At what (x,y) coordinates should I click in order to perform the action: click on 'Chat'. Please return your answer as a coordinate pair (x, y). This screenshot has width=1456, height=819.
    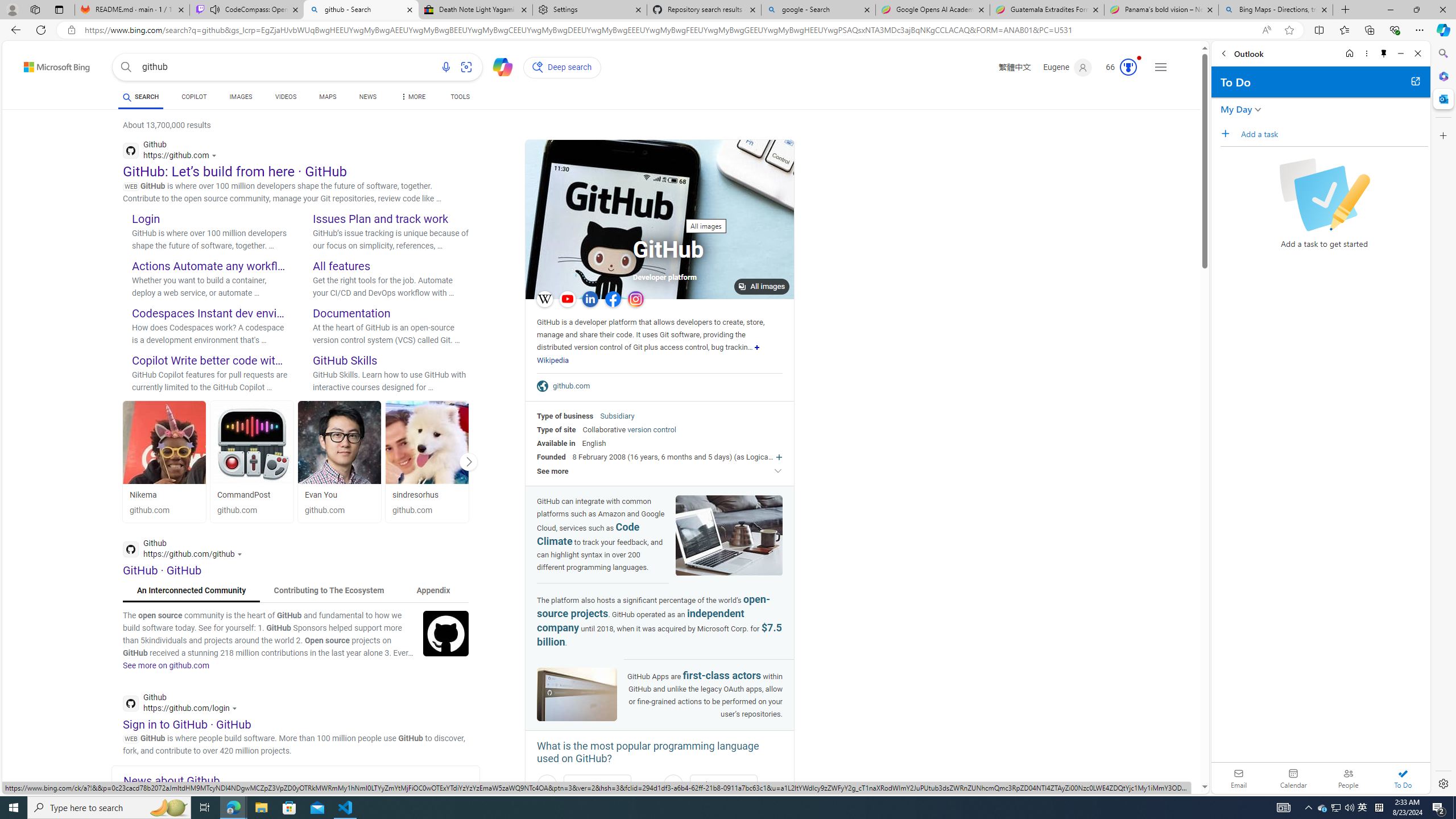
    Looking at the image, I should click on (498, 65).